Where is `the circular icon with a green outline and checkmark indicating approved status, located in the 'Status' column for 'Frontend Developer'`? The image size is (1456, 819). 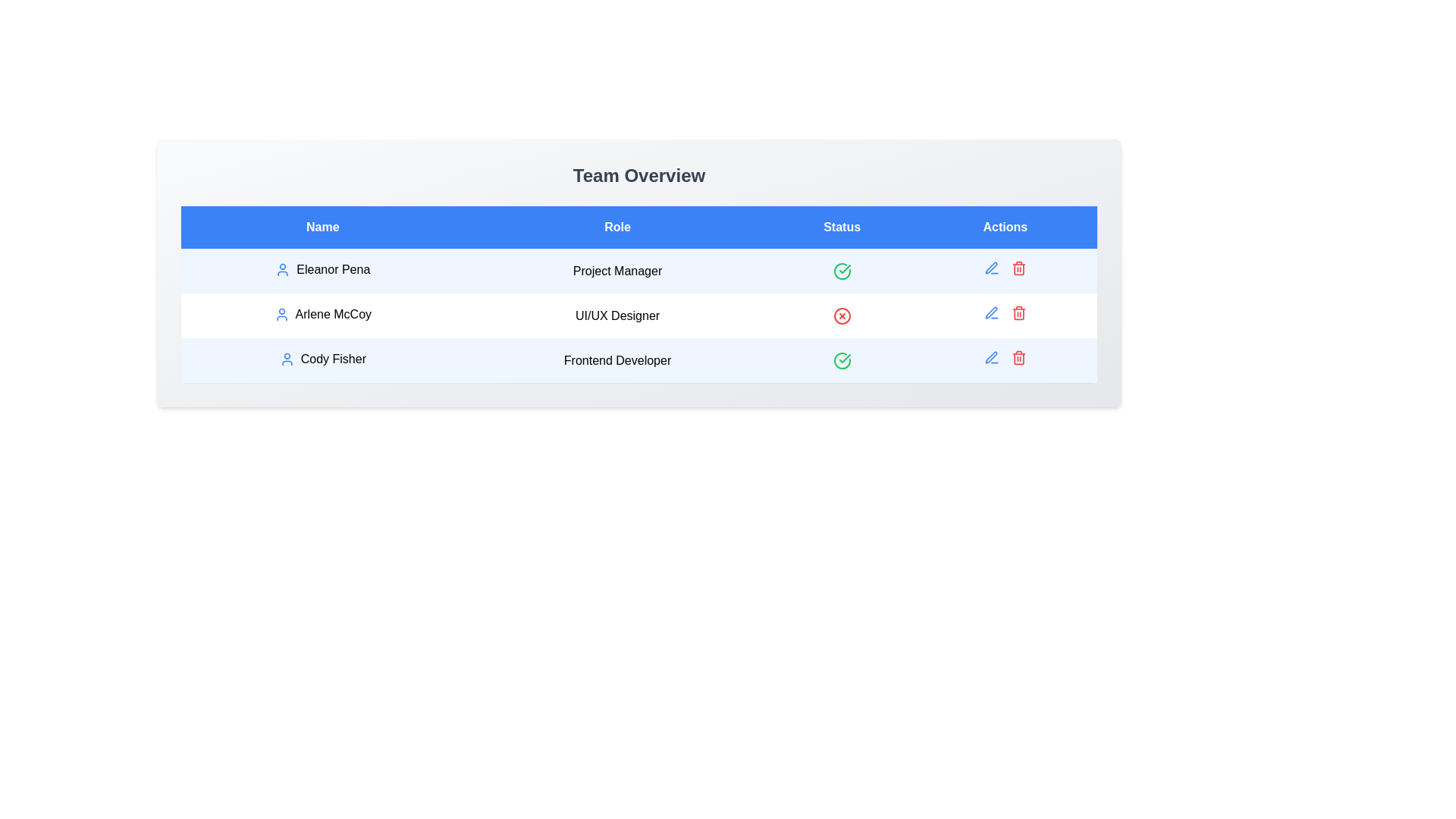
the circular icon with a green outline and checkmark indicating approved status, located in the 'Status' column for 'Frontend Developer' is located at coordinates (841, 270).